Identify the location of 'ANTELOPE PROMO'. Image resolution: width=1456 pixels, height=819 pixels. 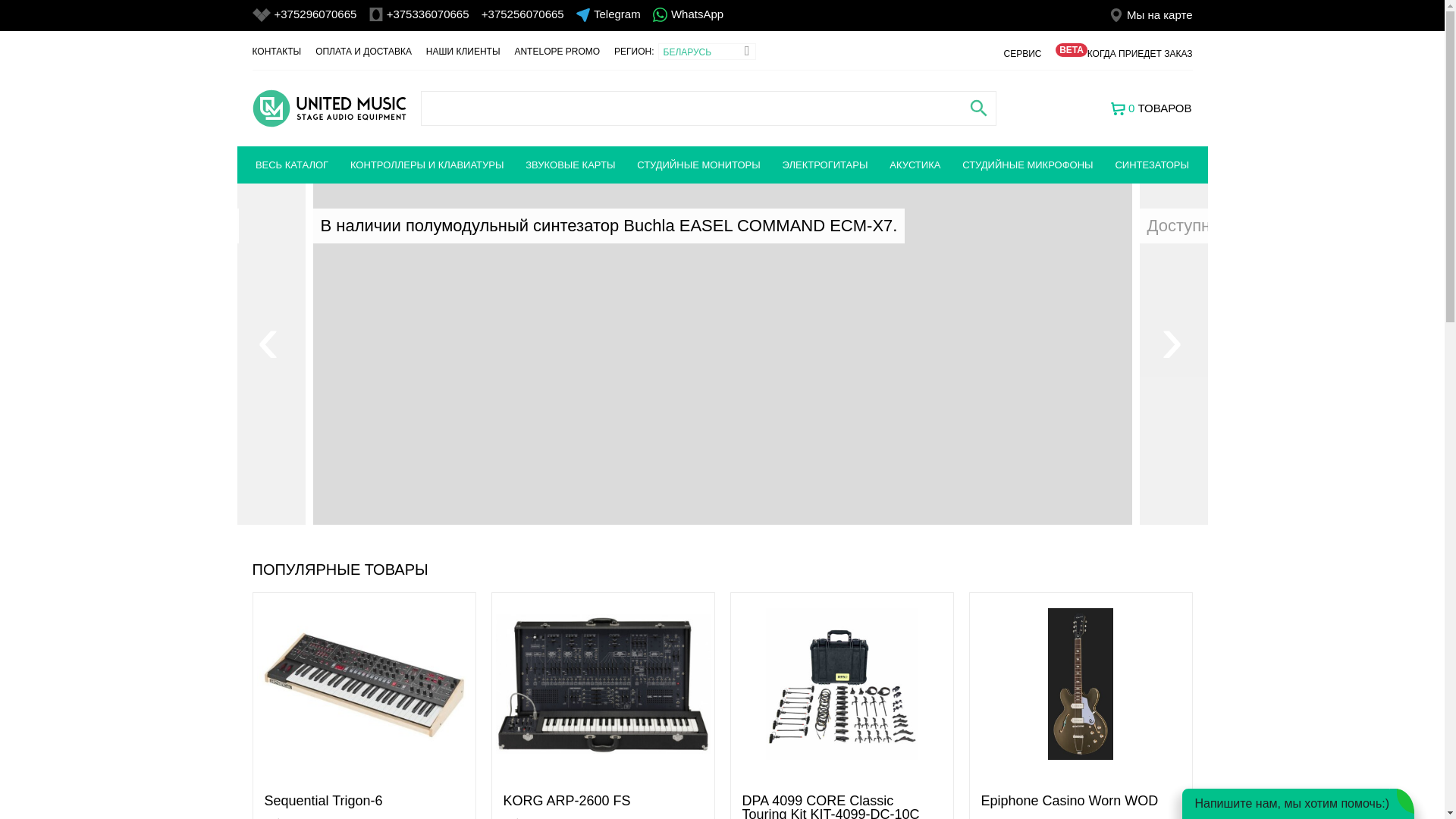
(556, 51).